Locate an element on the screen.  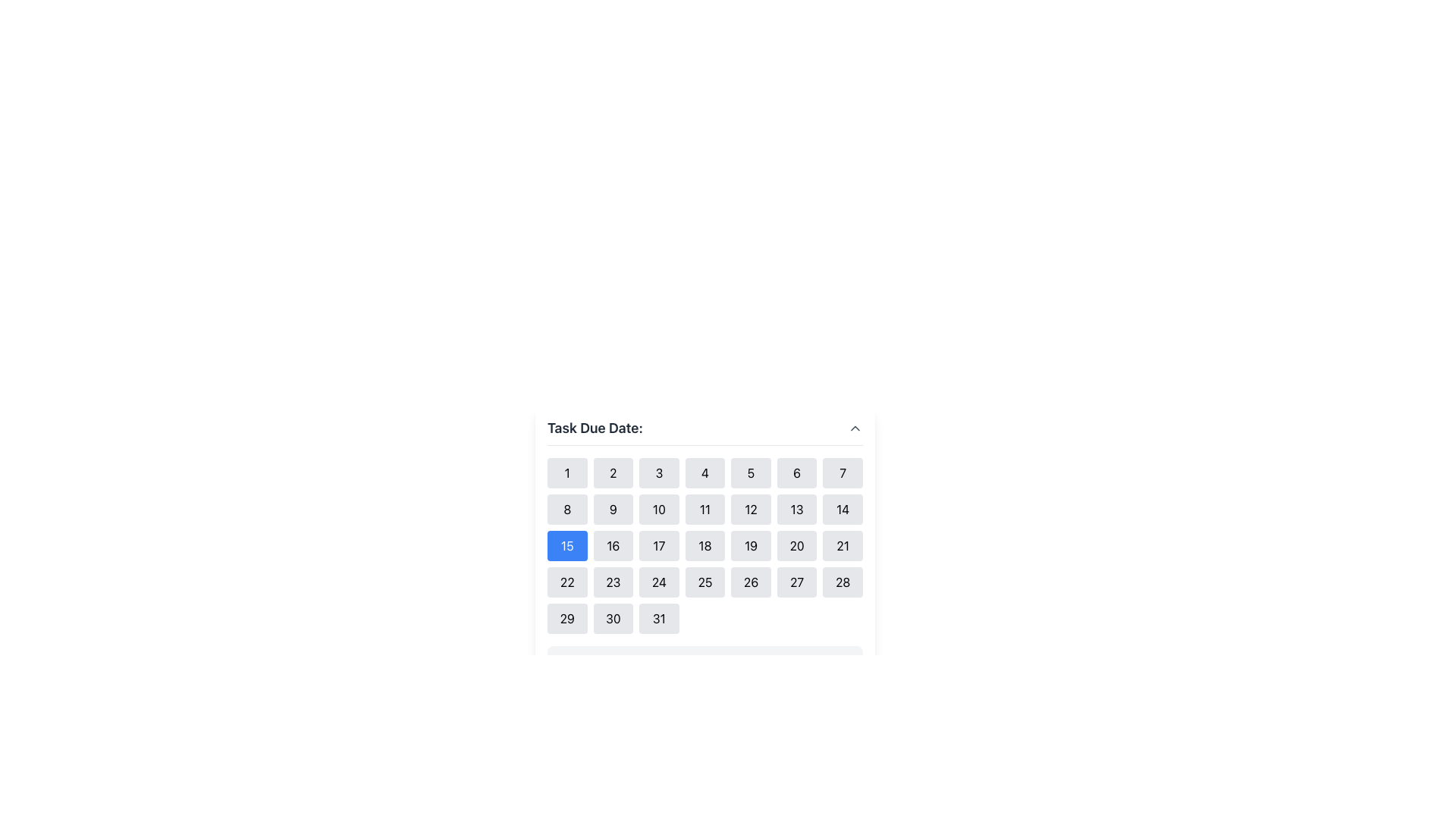
the selectable date option '10' in the calendar interface located in the second row, third column of the grid is located at coordinates (659, 509).